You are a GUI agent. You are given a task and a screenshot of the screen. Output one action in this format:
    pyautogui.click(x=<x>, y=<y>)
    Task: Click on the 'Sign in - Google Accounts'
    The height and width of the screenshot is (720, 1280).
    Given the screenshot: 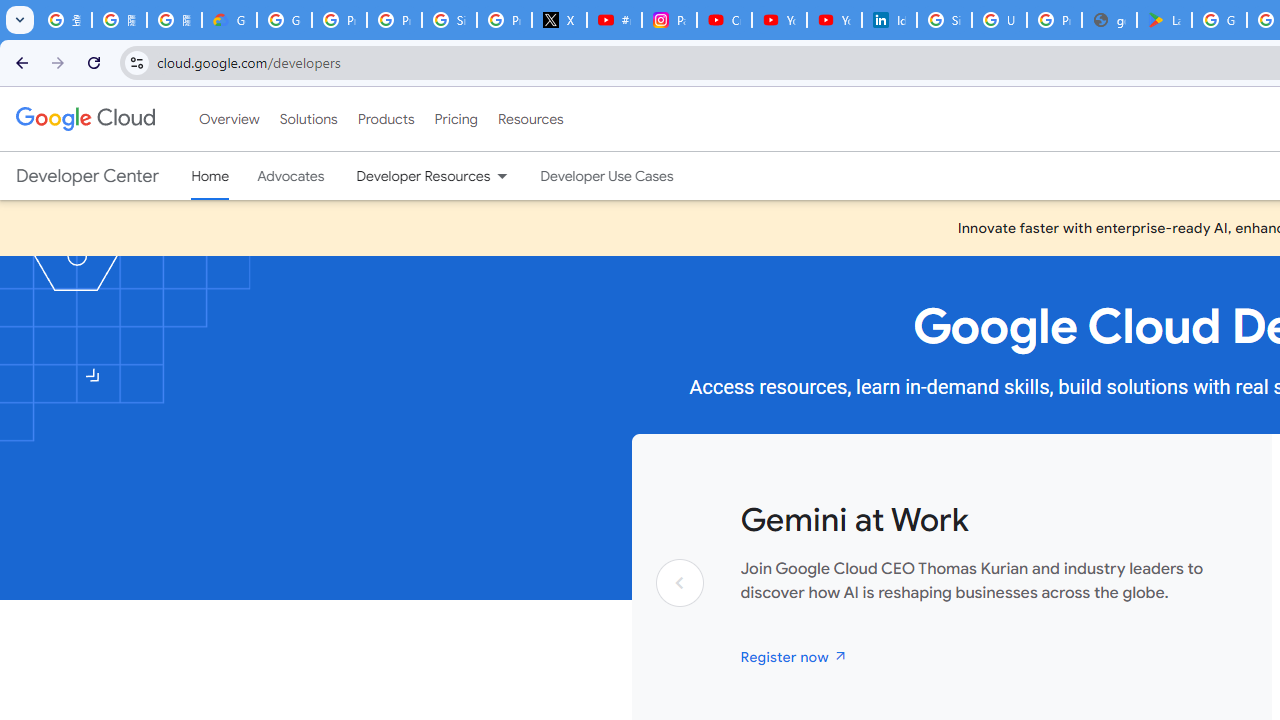 What is the action you would take?
    pyautogui.click(x=448, y=20)
    